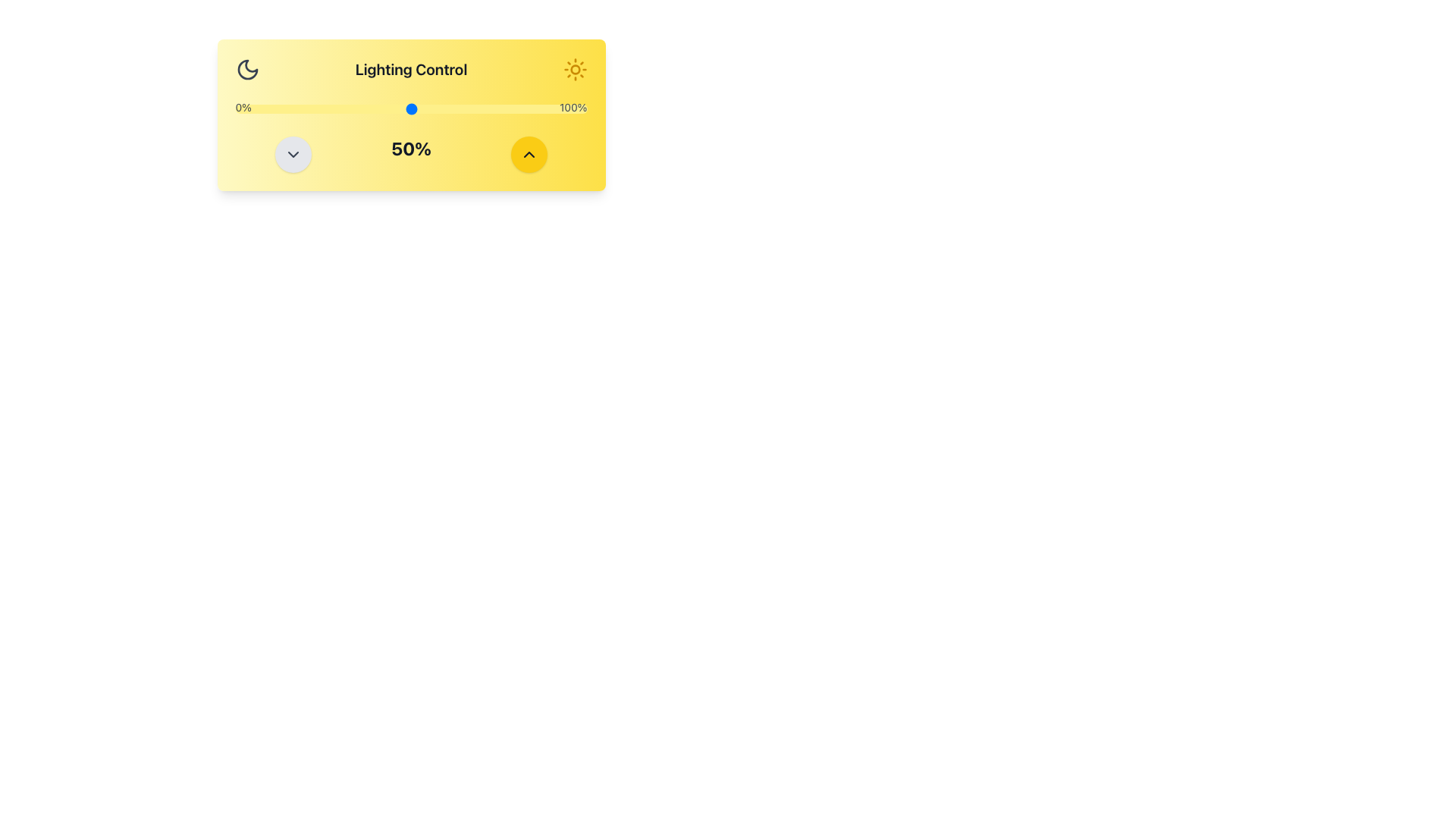  What do you see at coordinates (293, 155) in the screenshot?
I see `the gray chevron-down icon button located in the bottom-right corner of the yellow card interface` at bounding box center [293, 155].